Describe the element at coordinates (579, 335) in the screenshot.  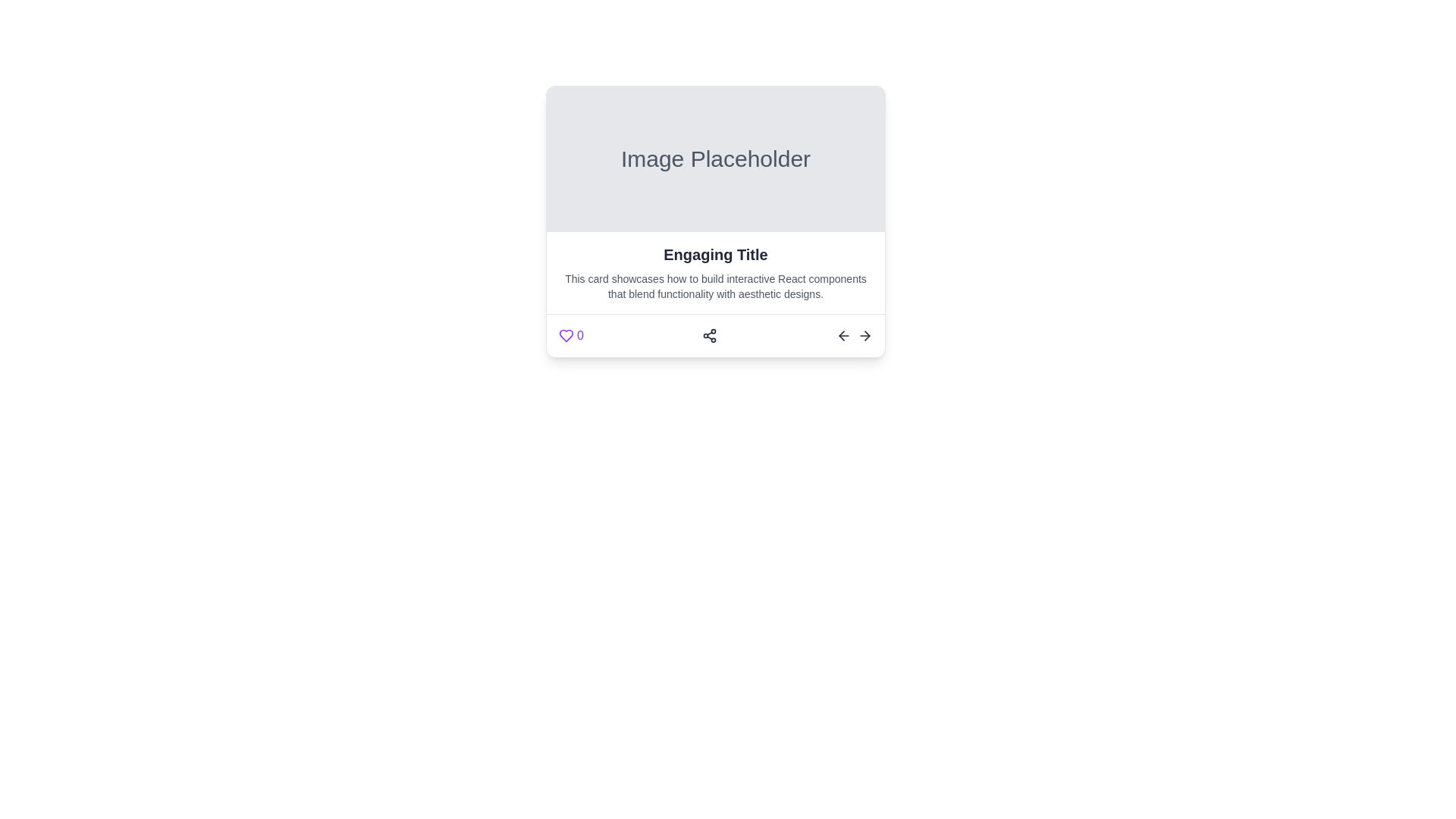
I see `the static text element representing the numerical counter for likes or favorites, located in the bottom-left corner of the card layout, next to the heart icon` at that location.